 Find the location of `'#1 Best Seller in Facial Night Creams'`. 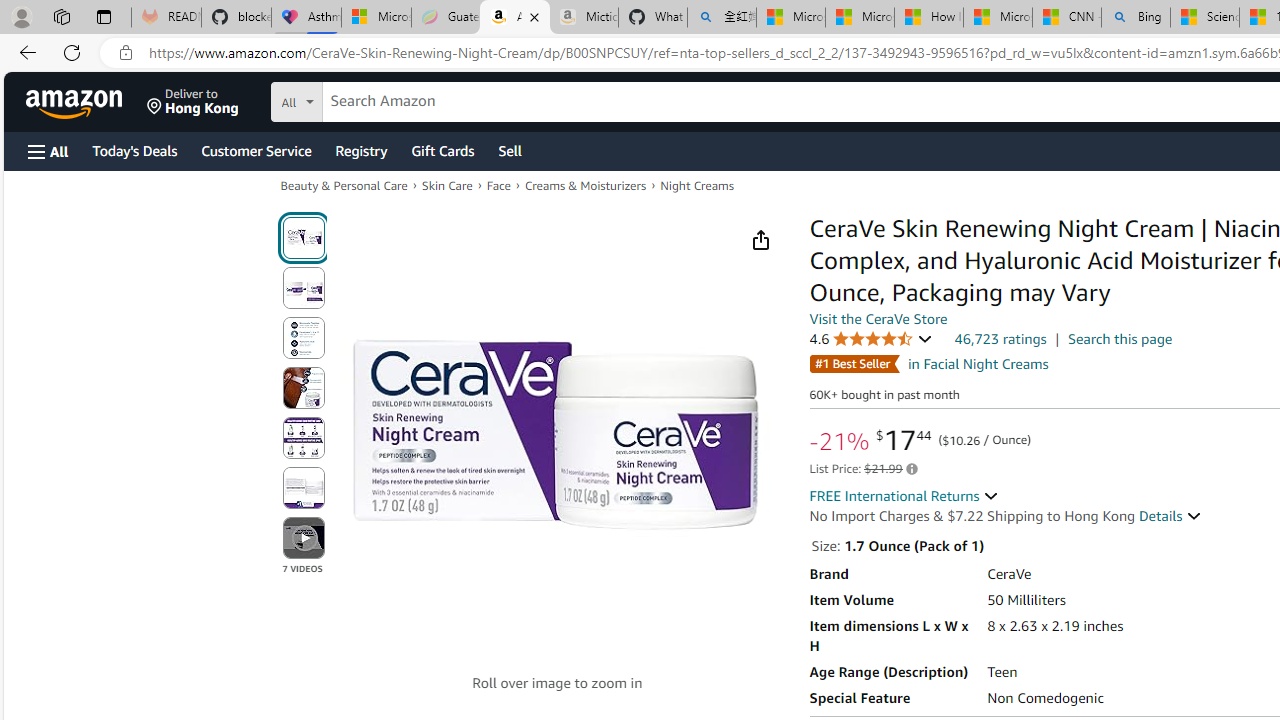

'#1 Best Seller in Facial Night Creams' is located at coordinates (928, 363).